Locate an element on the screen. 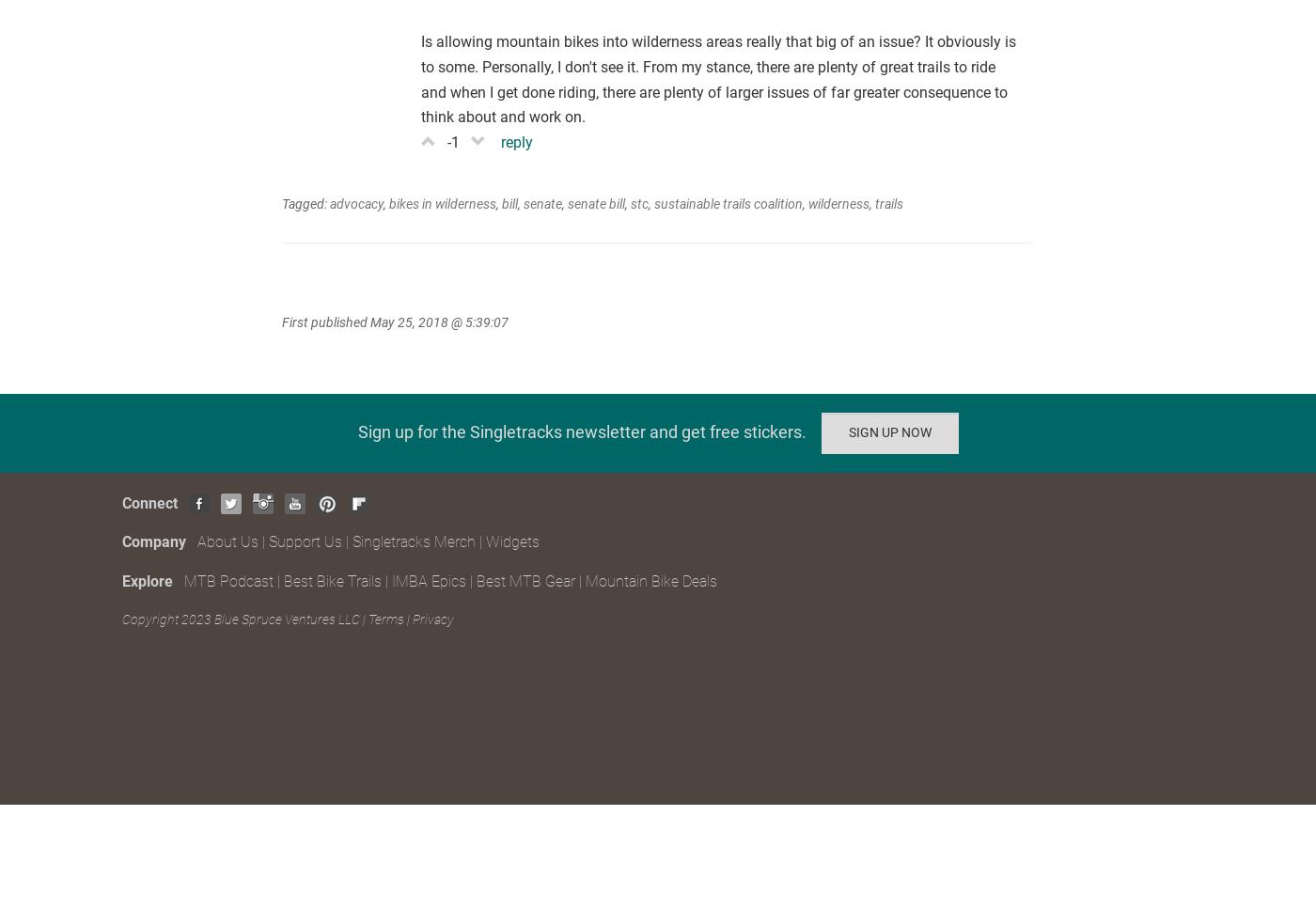 The height and width of the screenshot is (910, 1316). 'About Us' is located at coordinates (227, 541).